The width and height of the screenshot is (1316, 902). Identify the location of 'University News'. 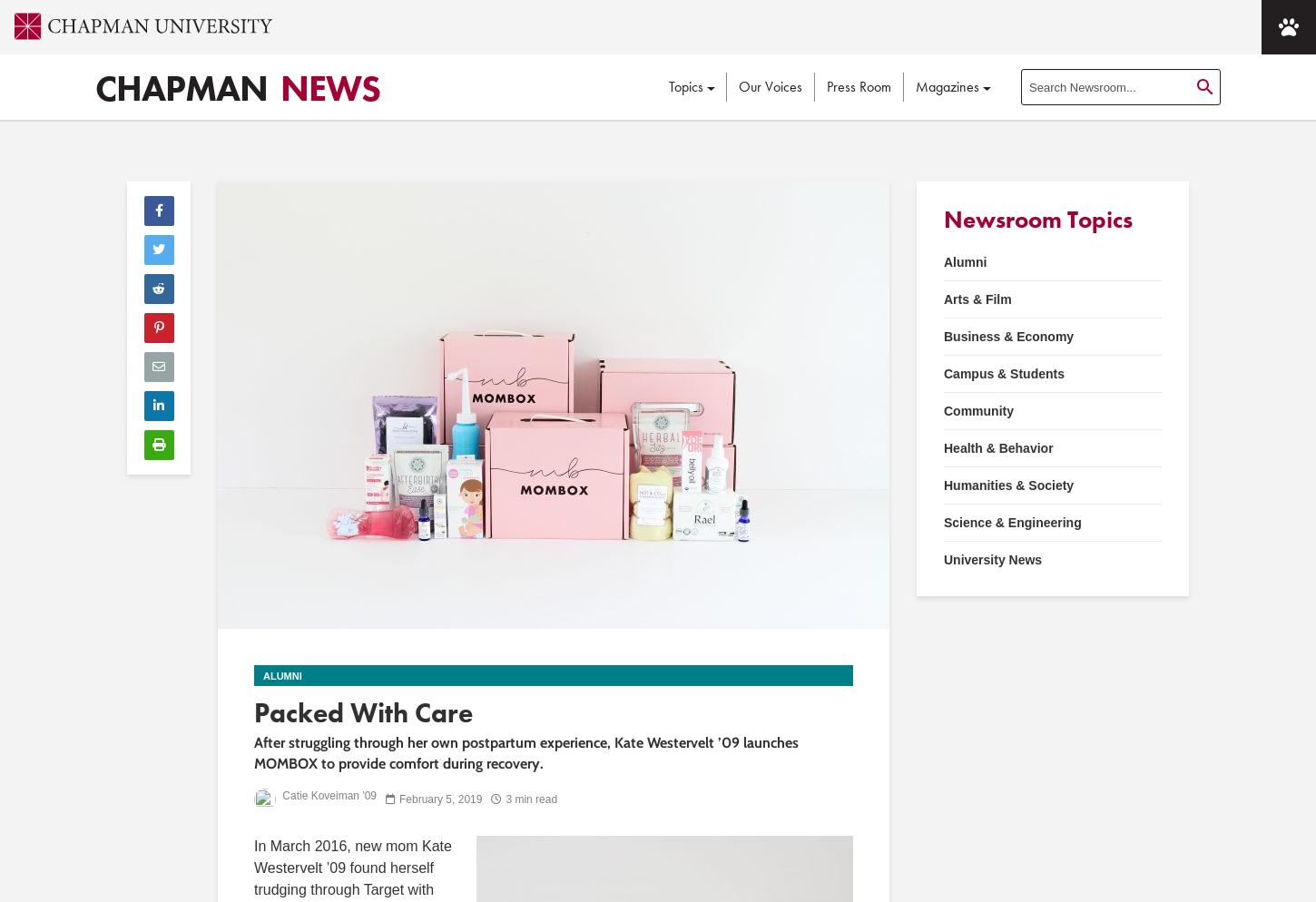
(992, 558).